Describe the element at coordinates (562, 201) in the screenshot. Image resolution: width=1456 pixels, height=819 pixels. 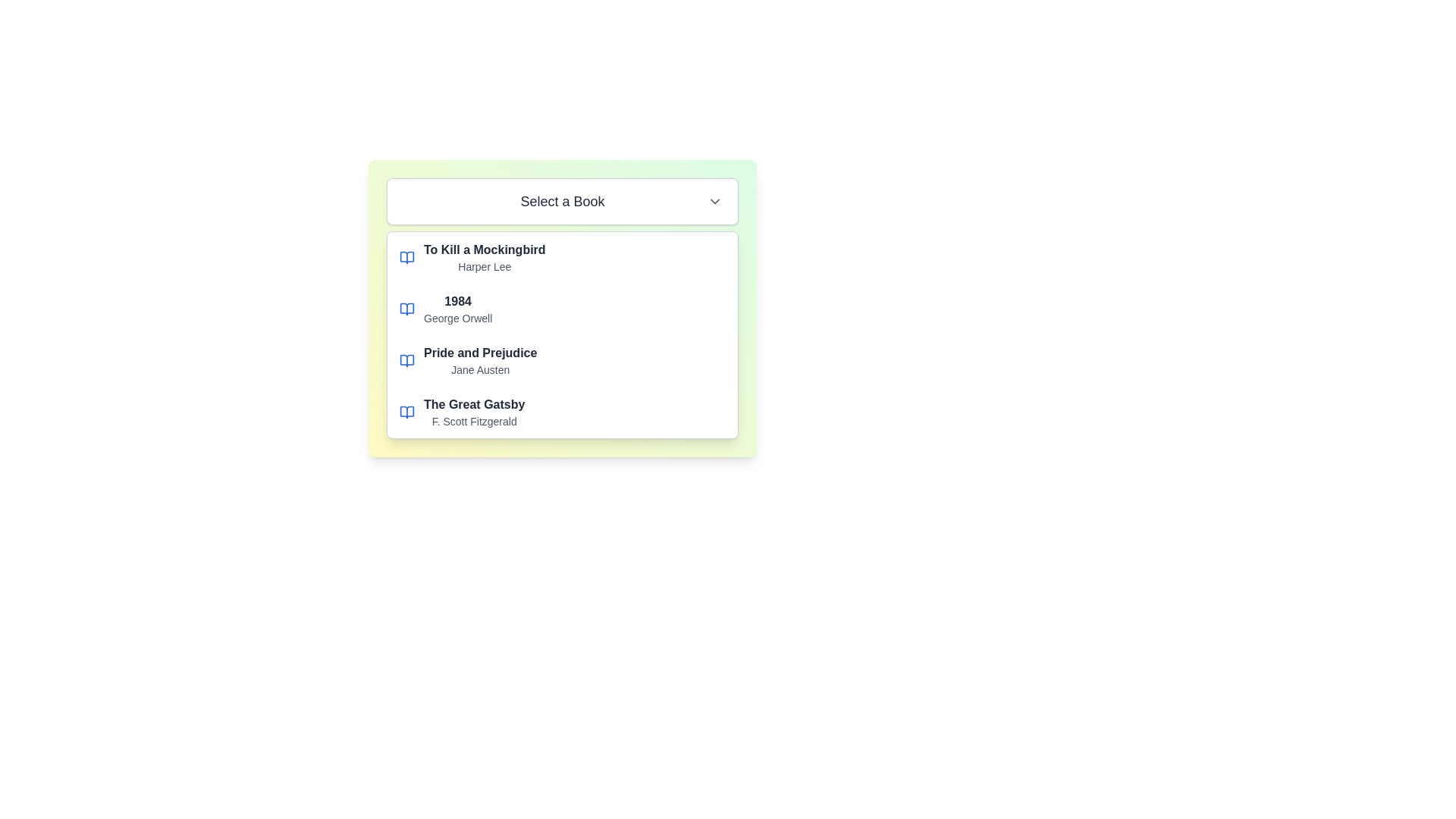
I see `the 'Select a Book' dropdown selector header` at that location.